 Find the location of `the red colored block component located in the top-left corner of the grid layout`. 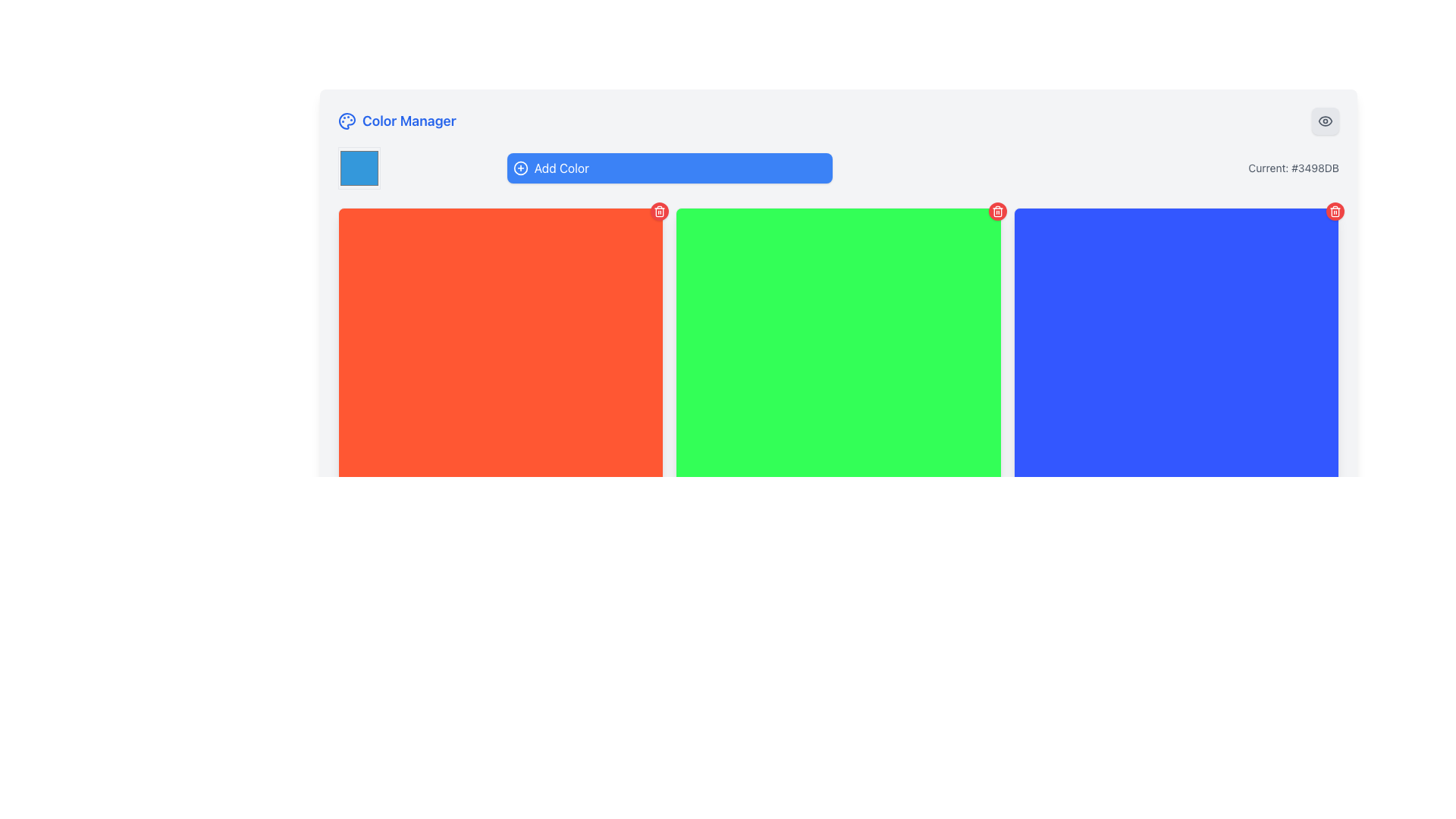

the red colored block component located in the top-left corner of the grid layout is located at coordinates (500, 370).